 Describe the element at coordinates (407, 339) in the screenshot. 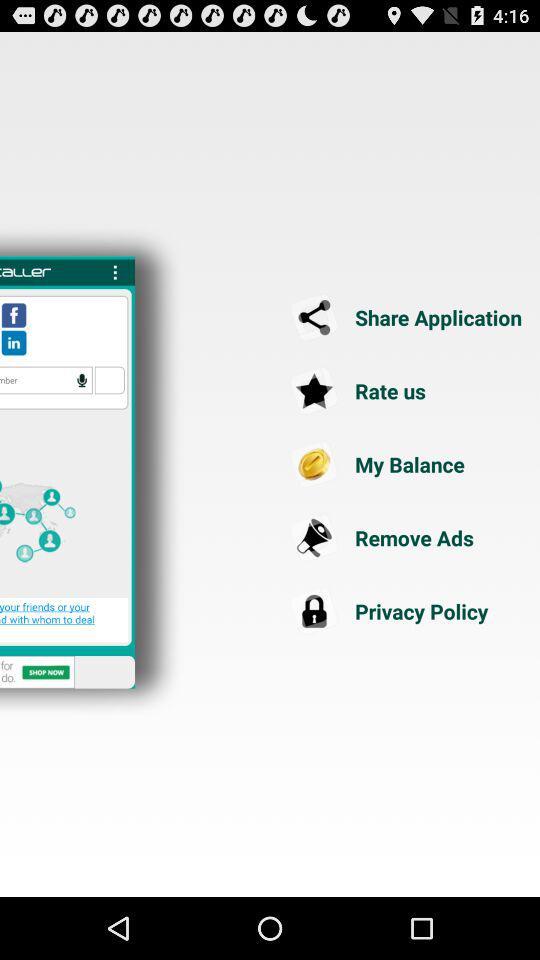

I see `the arrow_backward icon` at that location.